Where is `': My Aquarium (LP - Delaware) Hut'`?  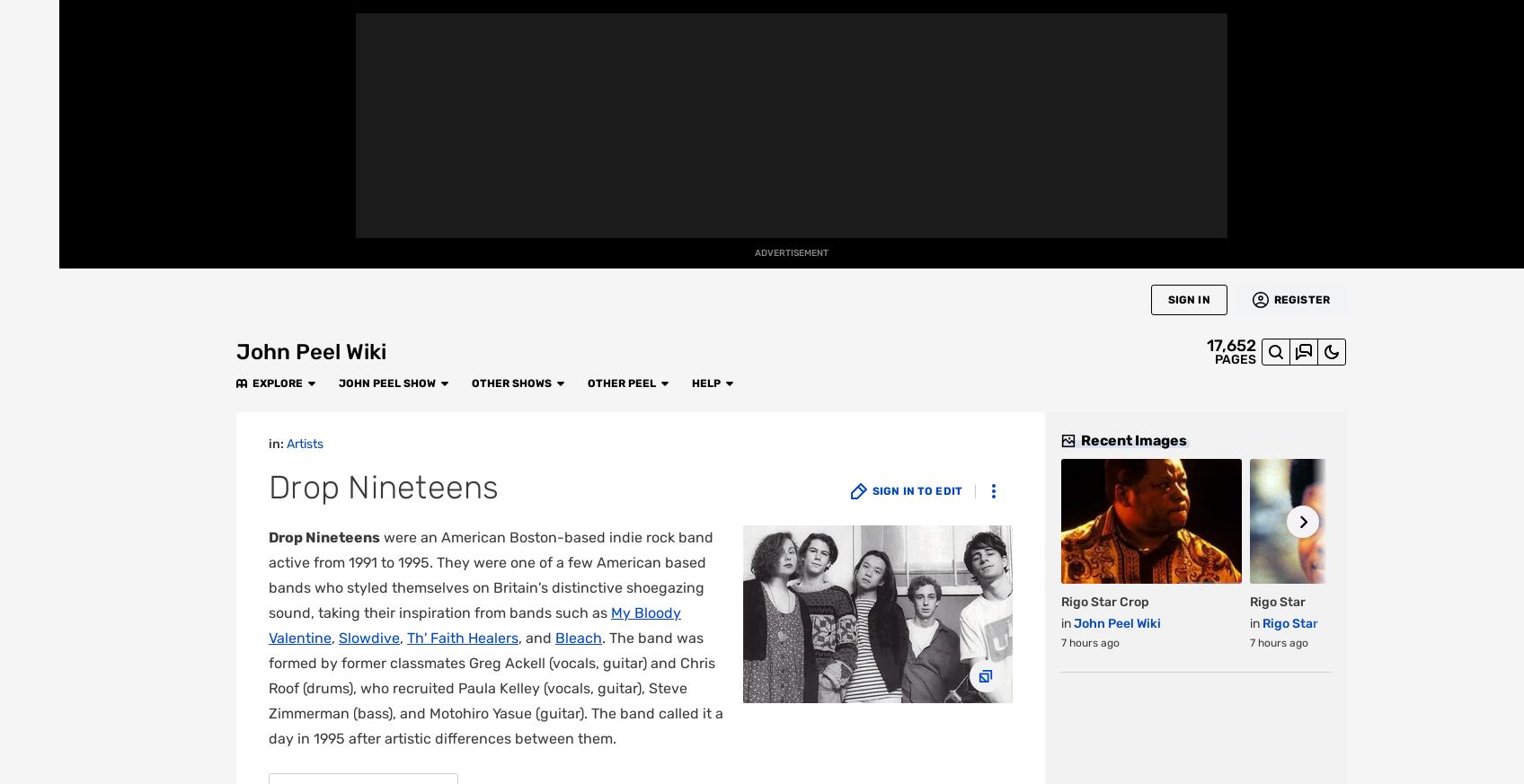 ': My Aquarium (LP - Delaware) Hut' is located at coordinates (591, 448).